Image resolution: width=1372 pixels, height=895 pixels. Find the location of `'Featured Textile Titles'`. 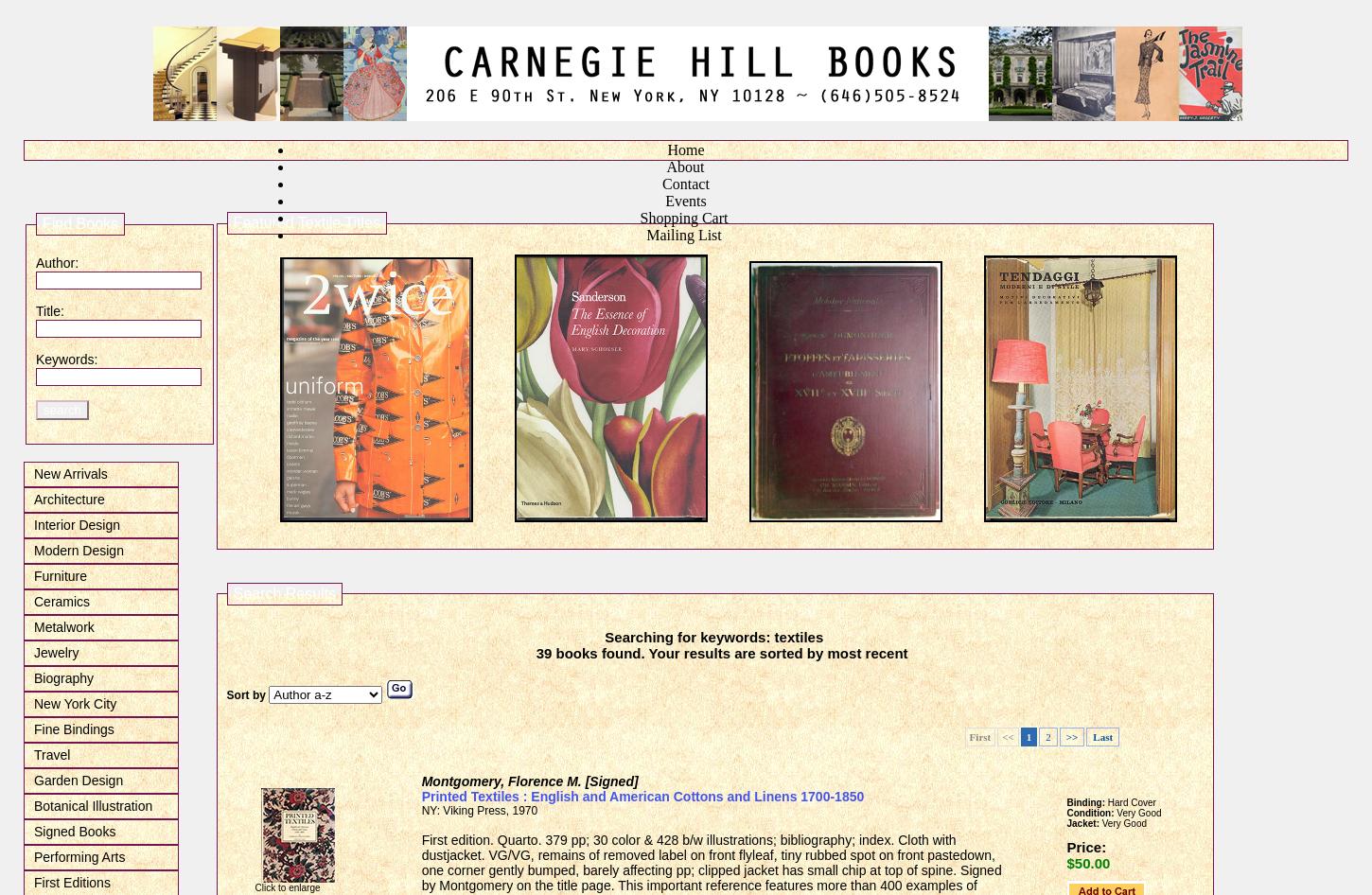

'Featured Textile Titles' is located at coordinates (233, 222).